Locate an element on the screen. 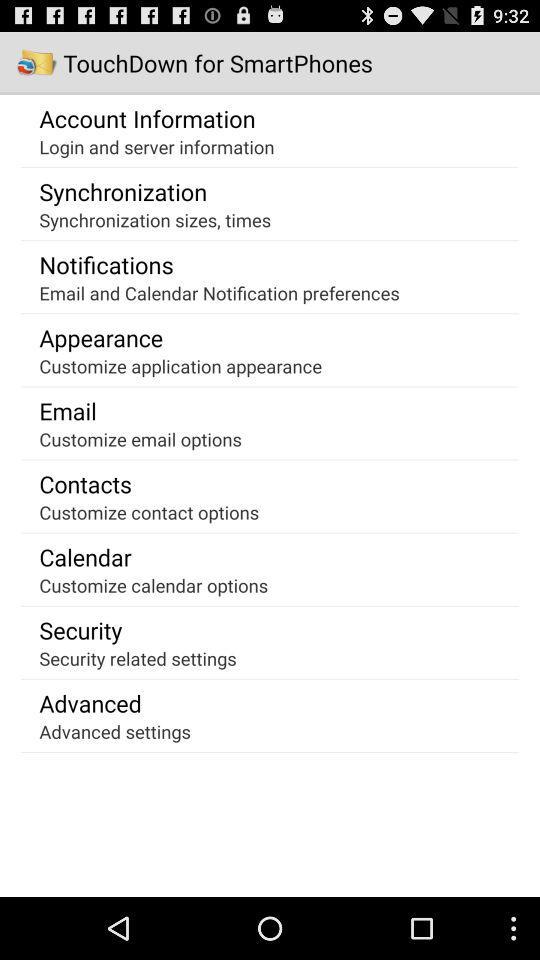 Image resolution: width=540 pixels, height=960 pixels. app below the synchronization is located at coordinates (154, 219).